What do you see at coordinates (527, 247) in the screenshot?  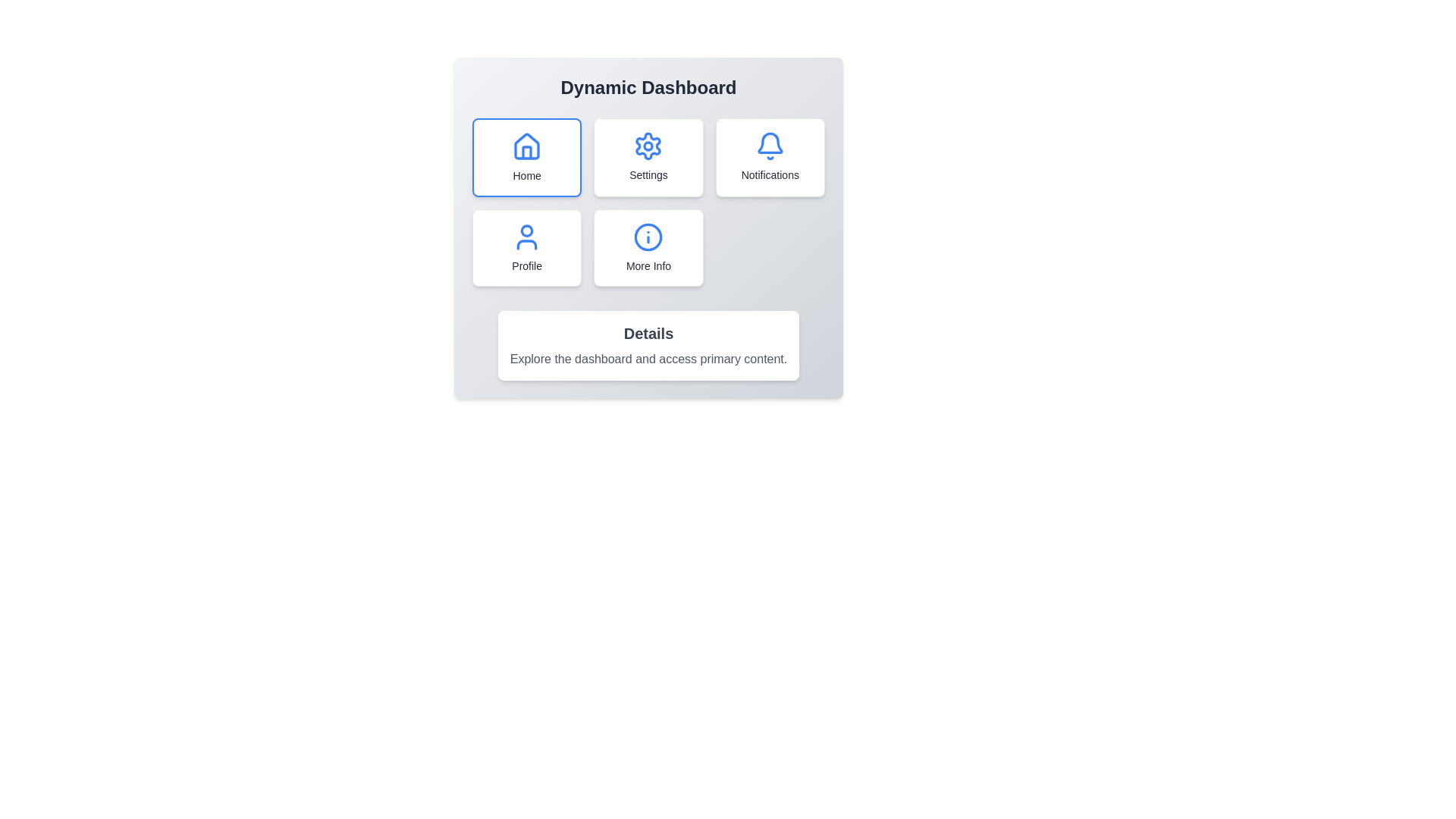 I see `the 'Profile' button located` at bounding box center [527, 247].